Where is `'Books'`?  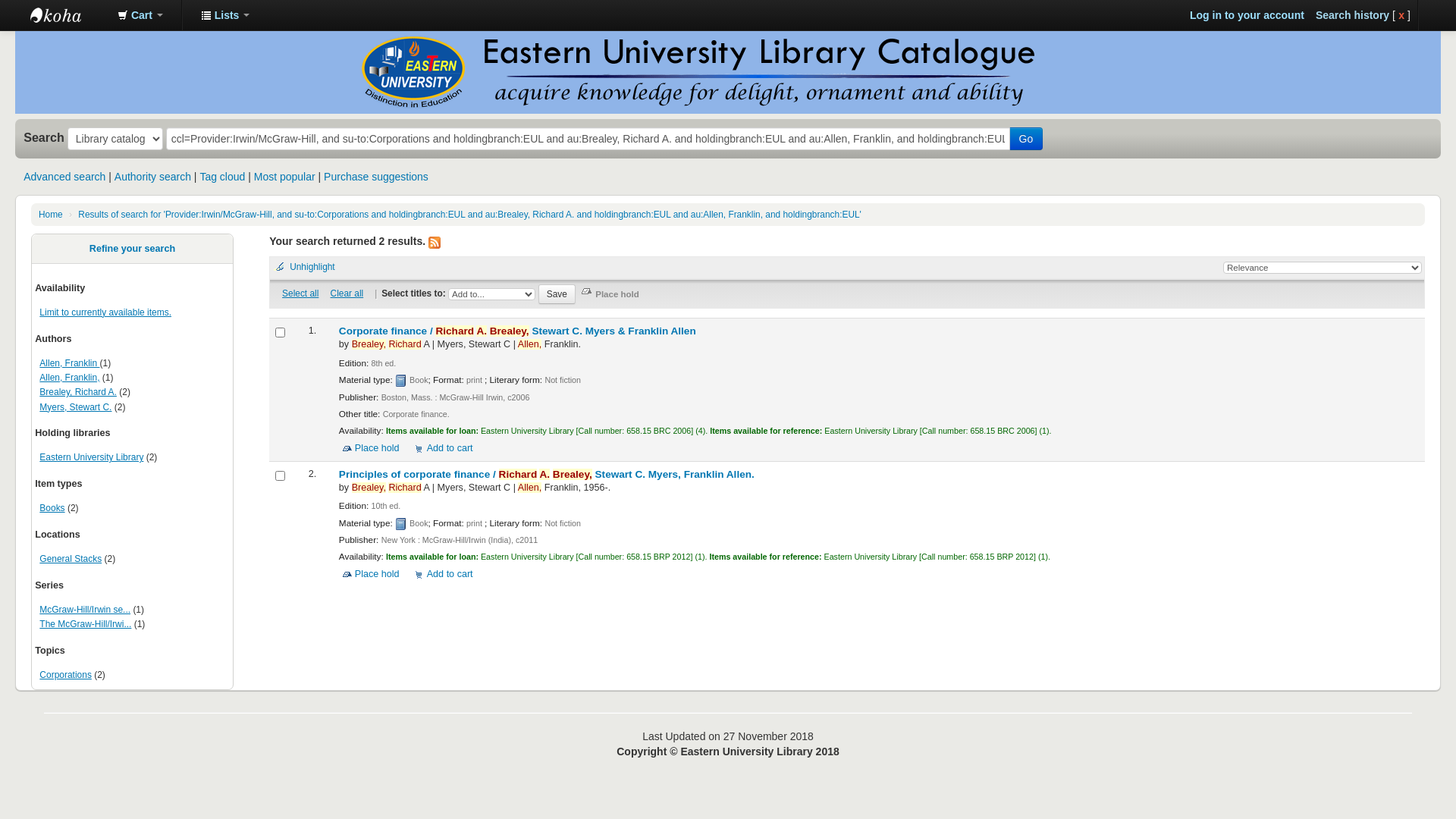 'Books' is located at coordinates (52, 508).